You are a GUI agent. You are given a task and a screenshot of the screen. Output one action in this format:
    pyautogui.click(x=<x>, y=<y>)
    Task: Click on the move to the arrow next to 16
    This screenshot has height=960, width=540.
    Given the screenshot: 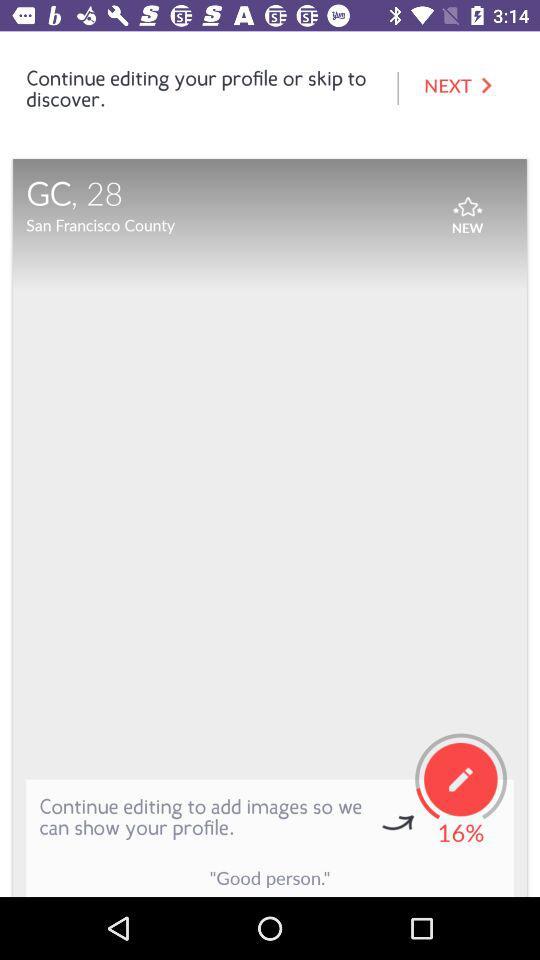 What is the action you would take?
    pyautogui.click(x=397, y=823)
    